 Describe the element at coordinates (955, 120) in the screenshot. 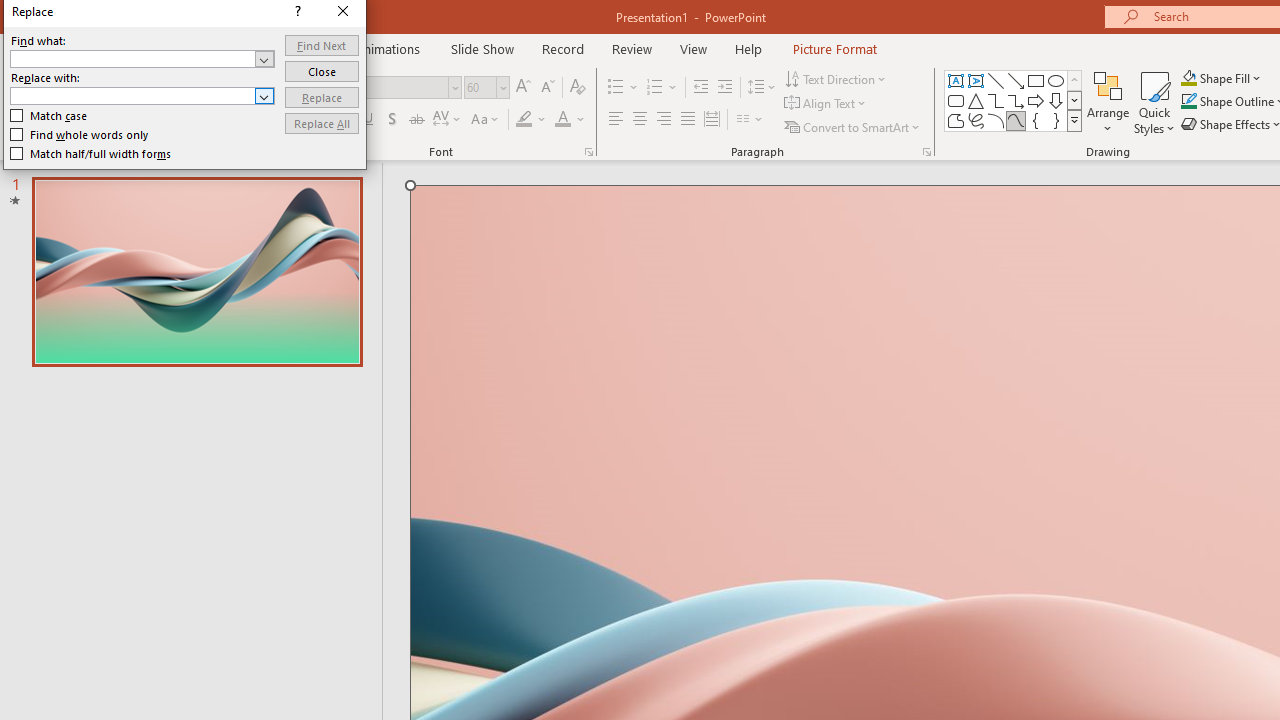

I see `'Freeform: Shape'` at that location.